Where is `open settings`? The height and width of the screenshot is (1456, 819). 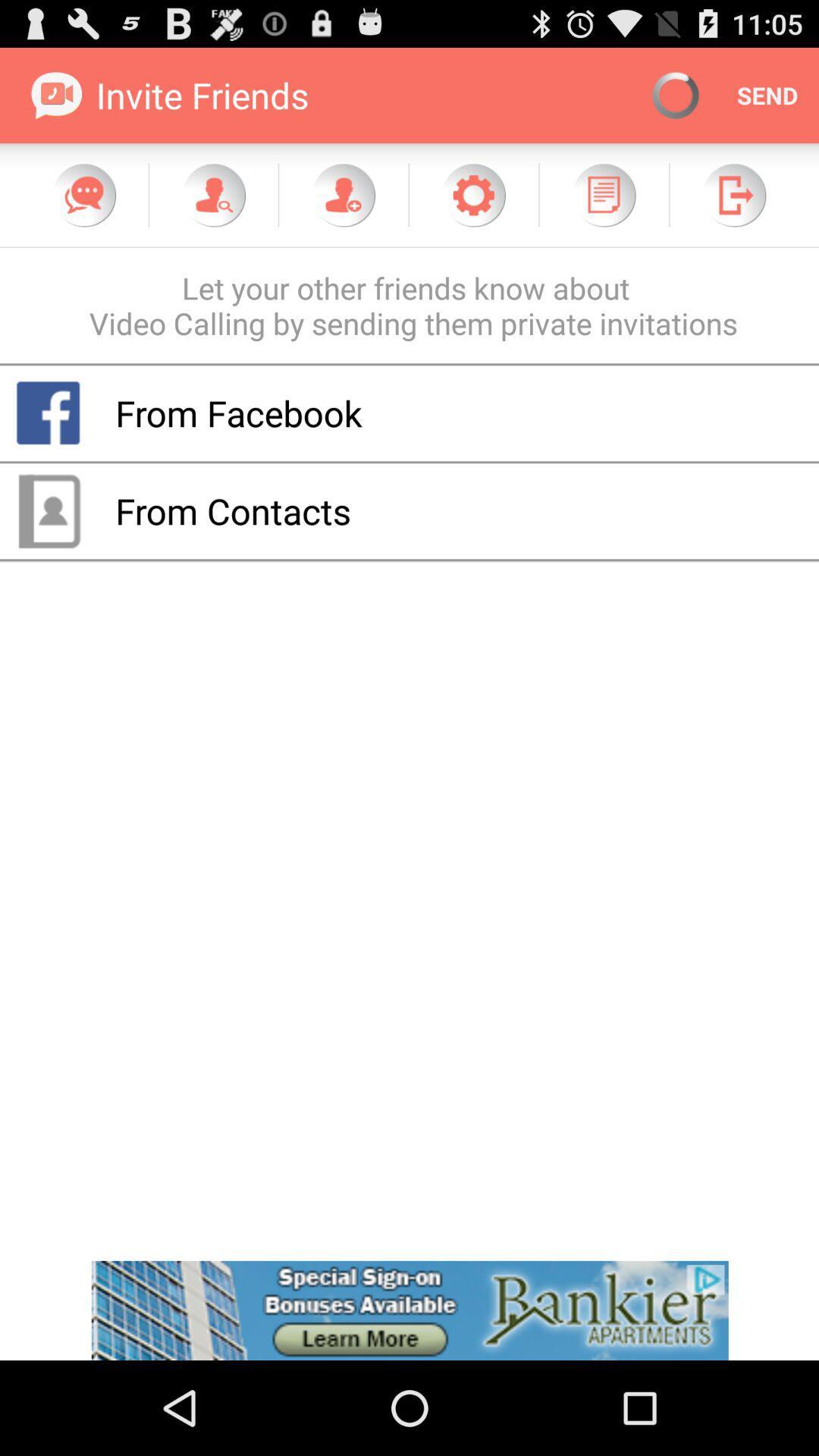
open settings is located at coordinates (472, 194).